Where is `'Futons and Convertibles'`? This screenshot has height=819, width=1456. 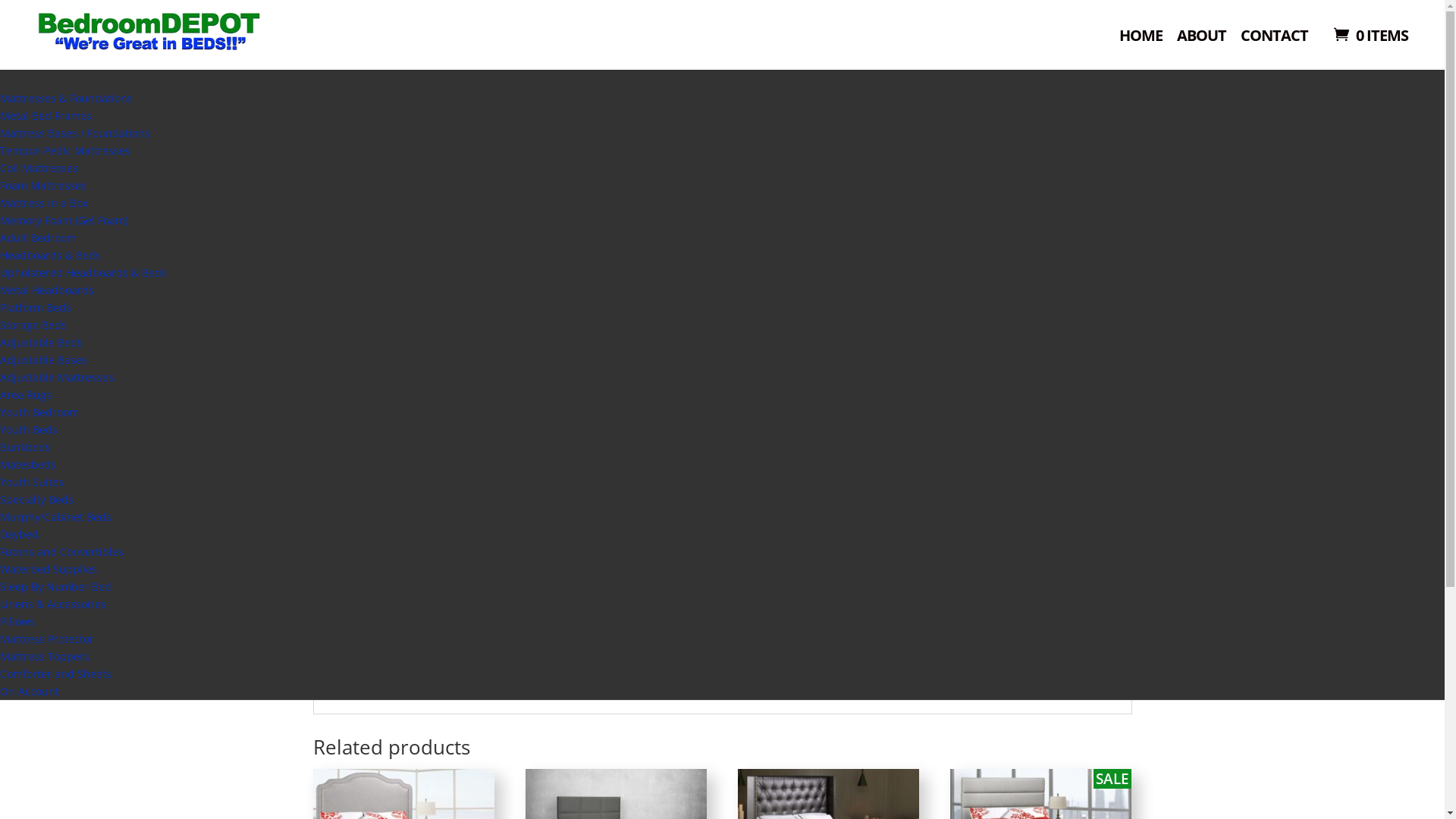 'Futons and Convertibles' is located at coordinates (61, 551).